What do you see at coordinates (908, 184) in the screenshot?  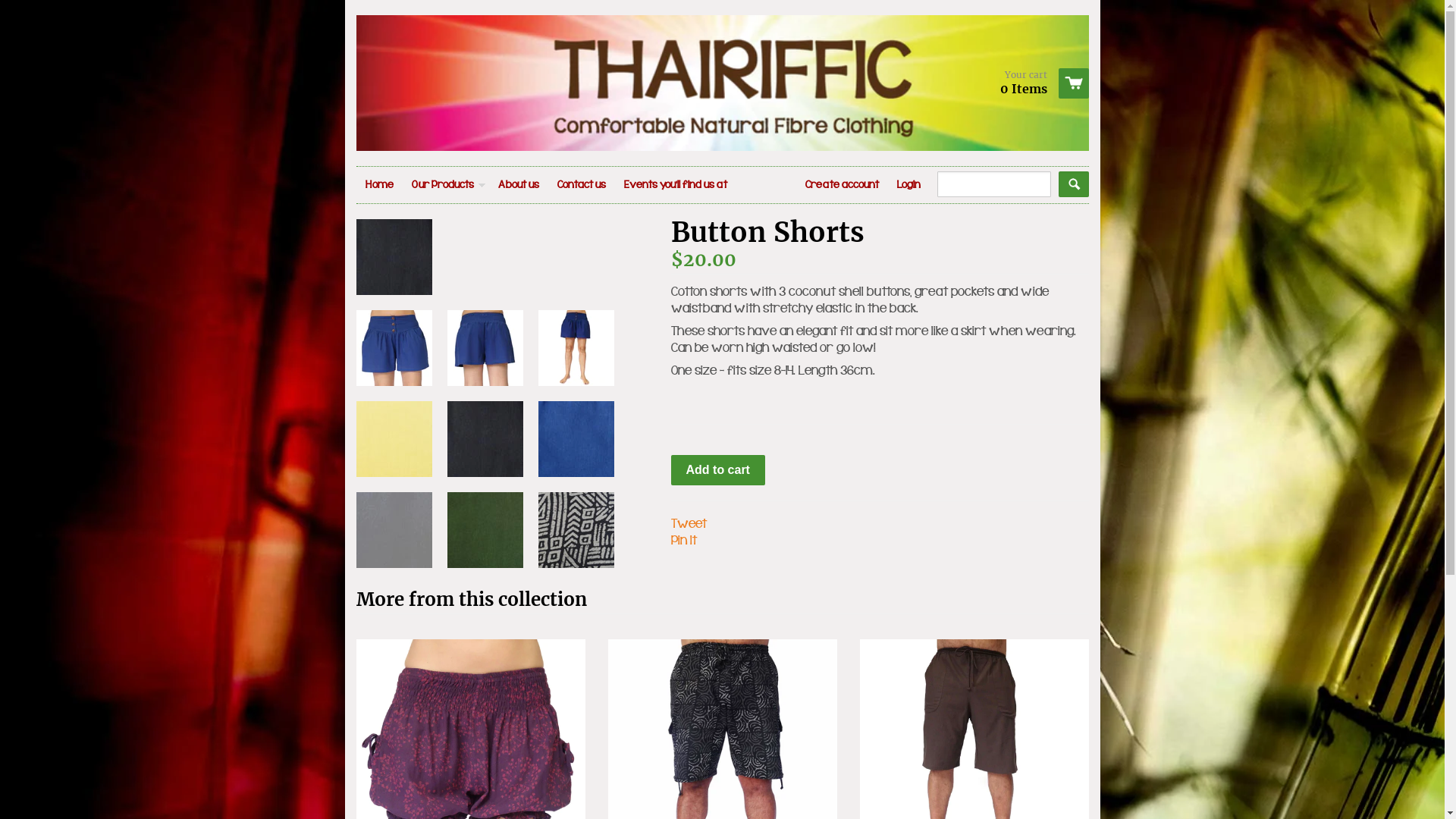 I see `'Login'` at bounding box center [908, 184].